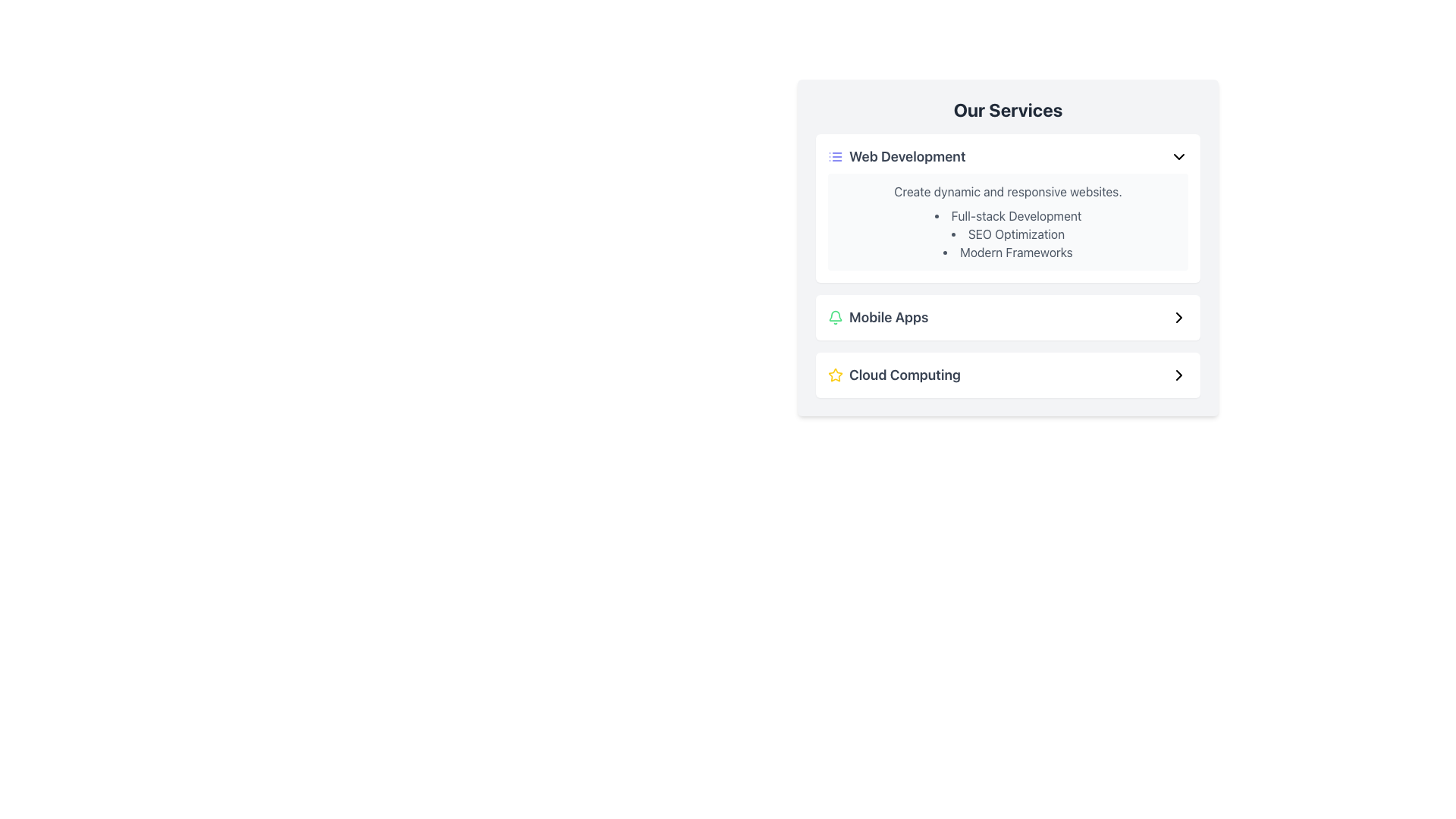 The width and height of the screenshot is (1456, 819). I want to click on the notification icon located to the left of the 'Mobile Apps' text within the Mobile Apps section, so click(835, 317).